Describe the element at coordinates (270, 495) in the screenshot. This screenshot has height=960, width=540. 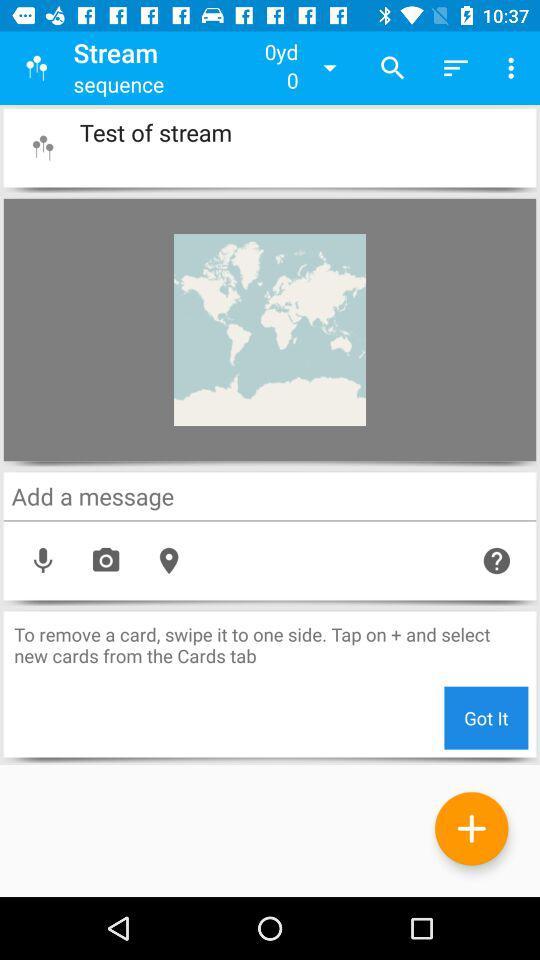
I see `write message` at that location.